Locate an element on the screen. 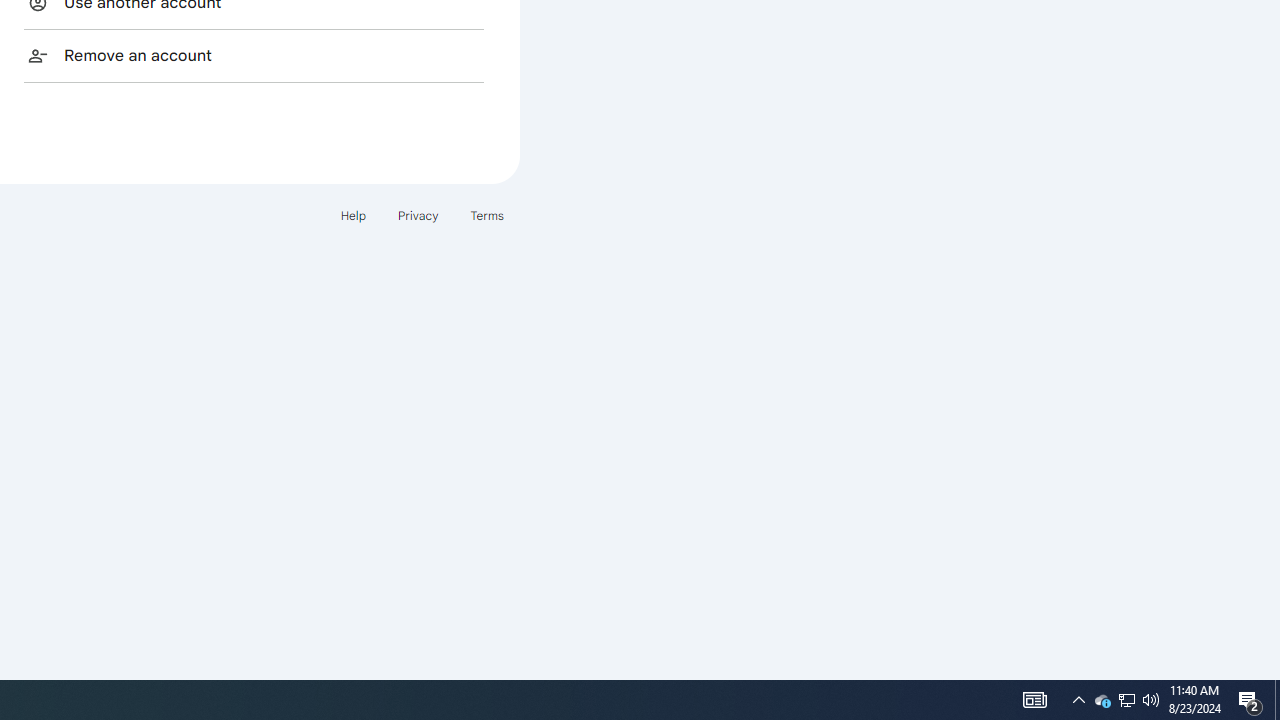 The height and width of the screenshot is (720, 1280). 'Remove an account' is located at coordinates (253, 54).